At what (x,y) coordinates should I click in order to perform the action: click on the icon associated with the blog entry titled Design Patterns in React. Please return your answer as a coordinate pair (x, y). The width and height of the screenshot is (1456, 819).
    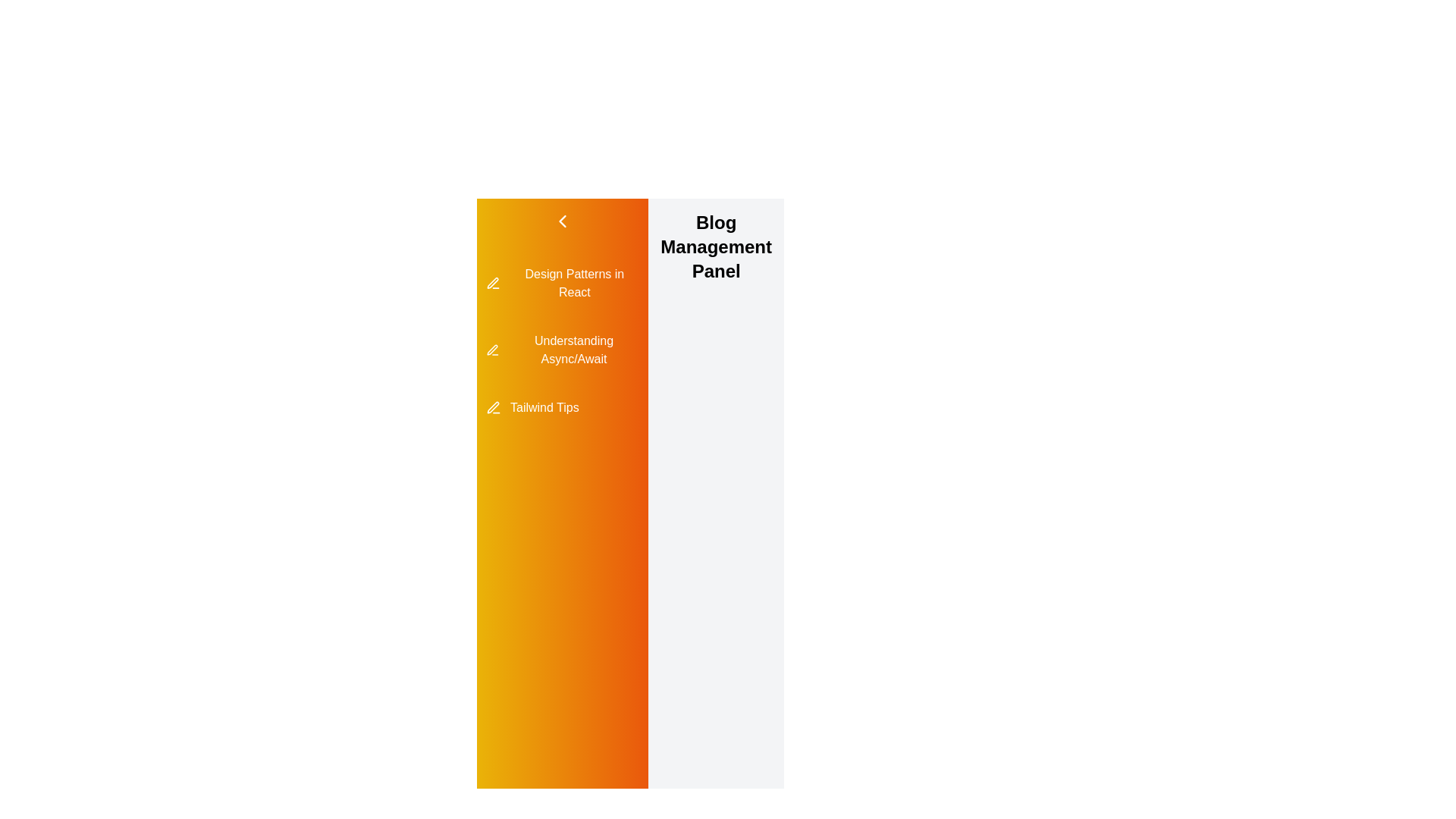
    Looking at the image, I should click on (492, 284).